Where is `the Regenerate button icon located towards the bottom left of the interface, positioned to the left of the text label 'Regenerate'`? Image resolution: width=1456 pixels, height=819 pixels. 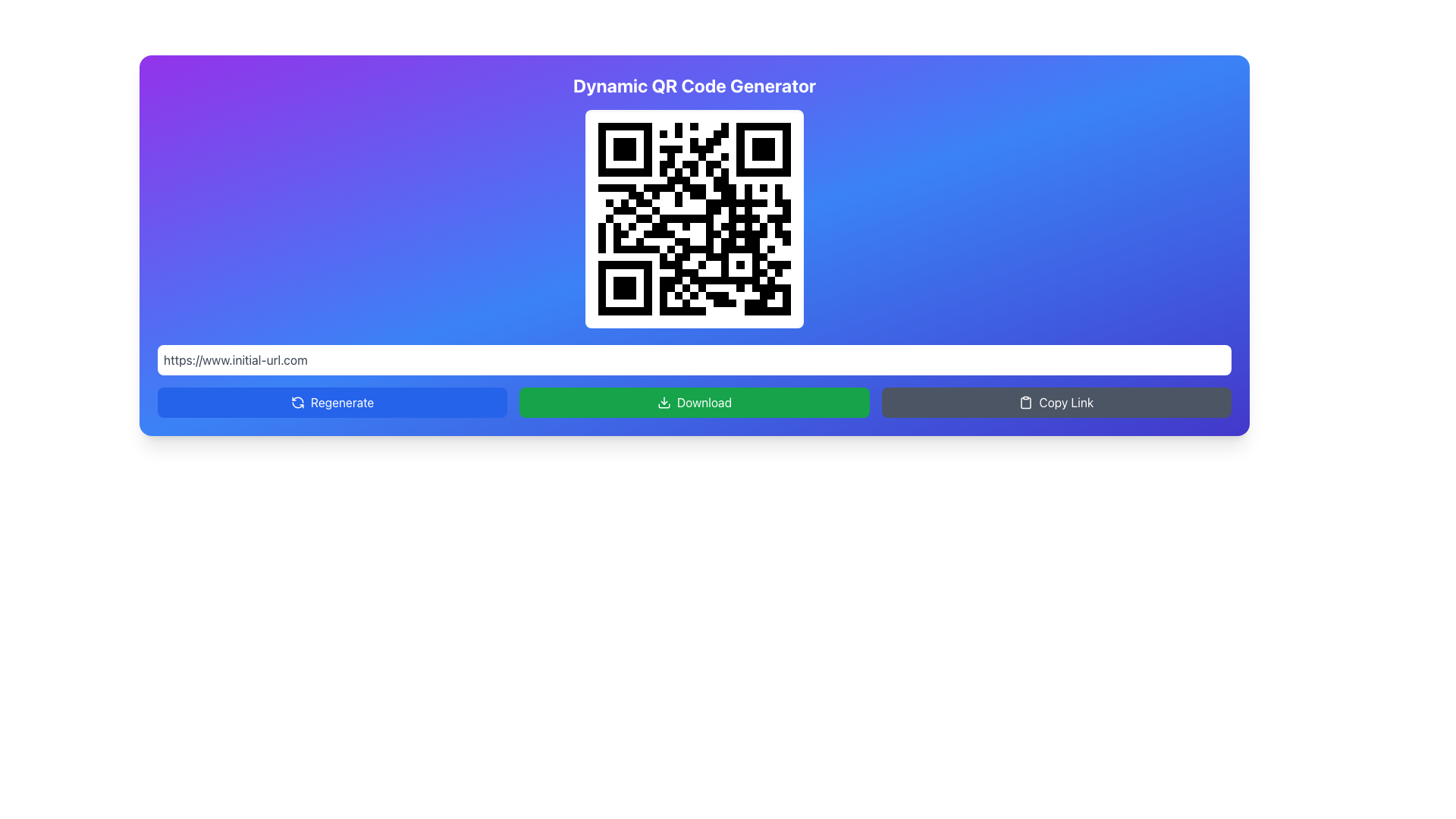 the Regenerate button icon located towards the bottom left of the interface, positioned to the left of the text label 'Regenerate' is located at coordinates (298, 402).